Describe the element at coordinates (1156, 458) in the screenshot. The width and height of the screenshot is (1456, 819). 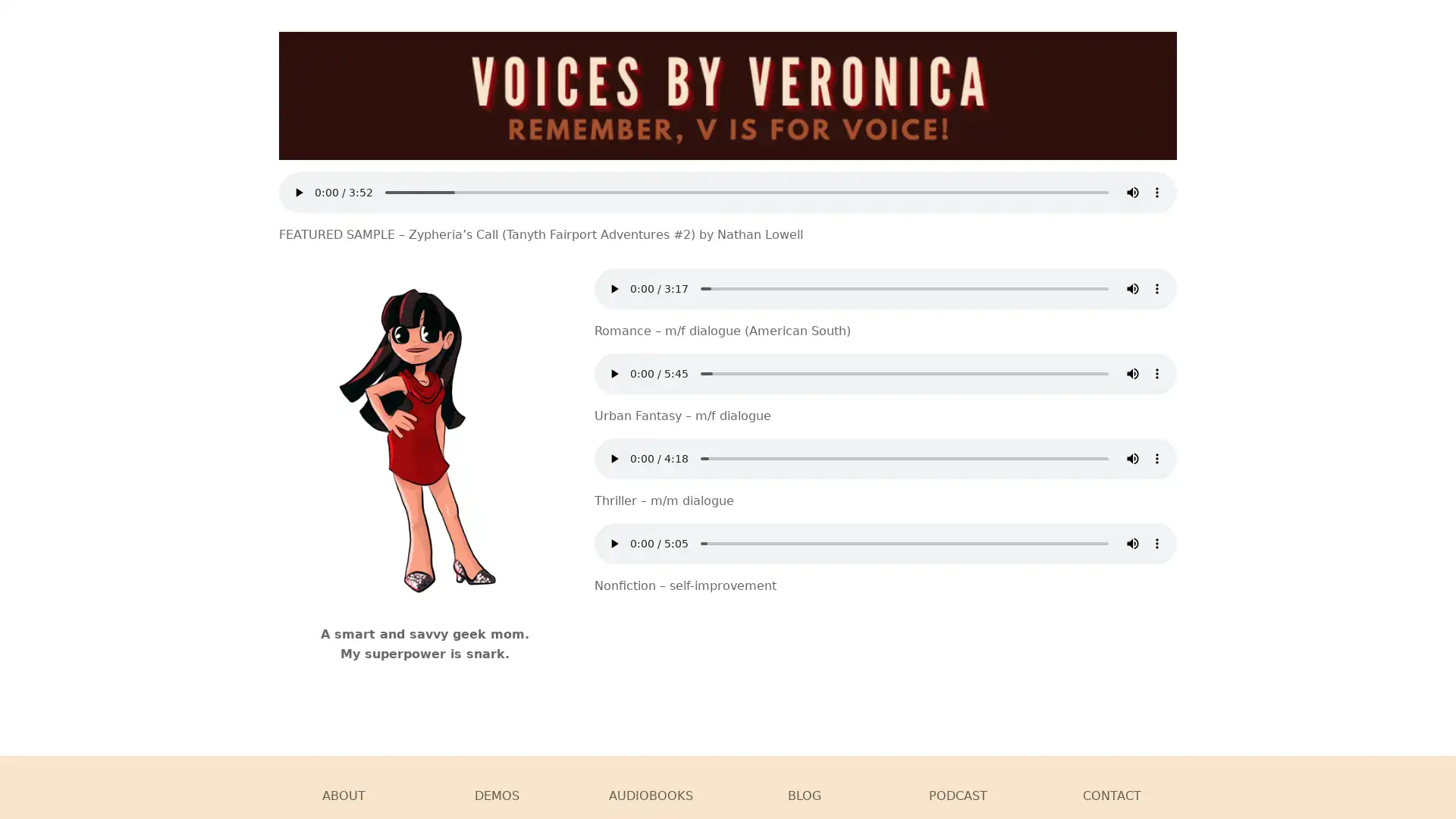
I see `show more media controls` at that location.